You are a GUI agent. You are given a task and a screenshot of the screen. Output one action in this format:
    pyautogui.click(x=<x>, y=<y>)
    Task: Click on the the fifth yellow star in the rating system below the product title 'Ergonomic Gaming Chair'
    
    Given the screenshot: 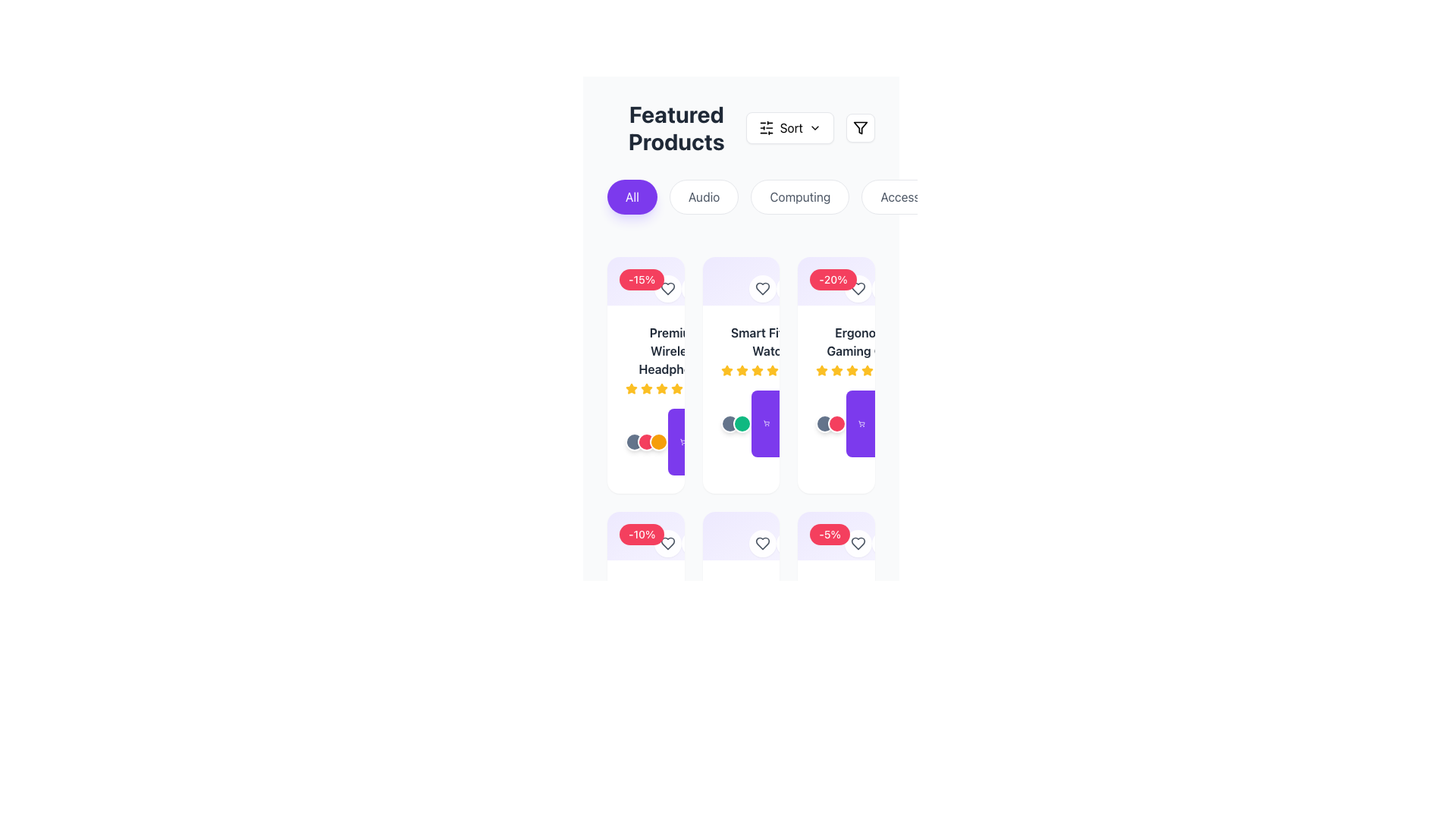 What is the action you would take?
    pyautogui.click(x=852, y=371)
    